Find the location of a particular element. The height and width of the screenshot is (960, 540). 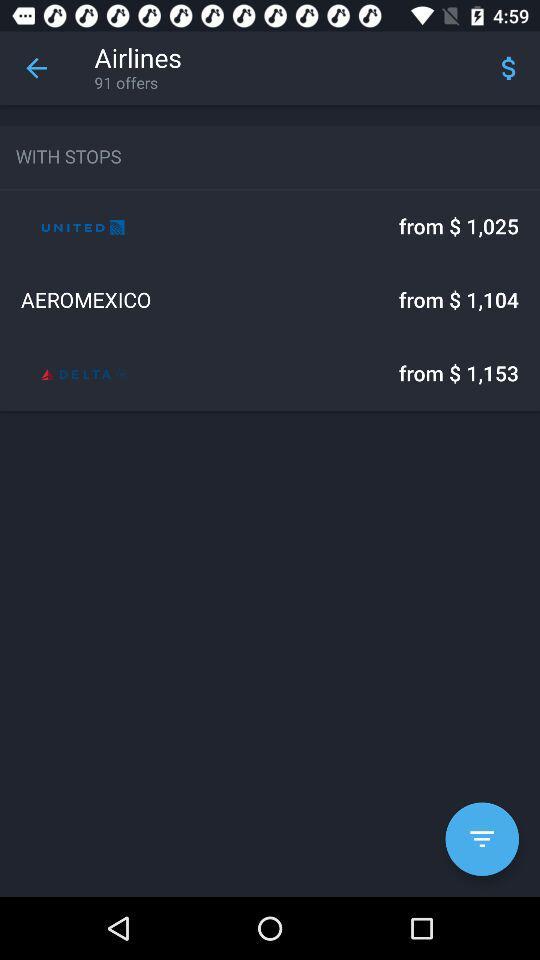

the icon next to airlines is located at coordinates (36, 68).